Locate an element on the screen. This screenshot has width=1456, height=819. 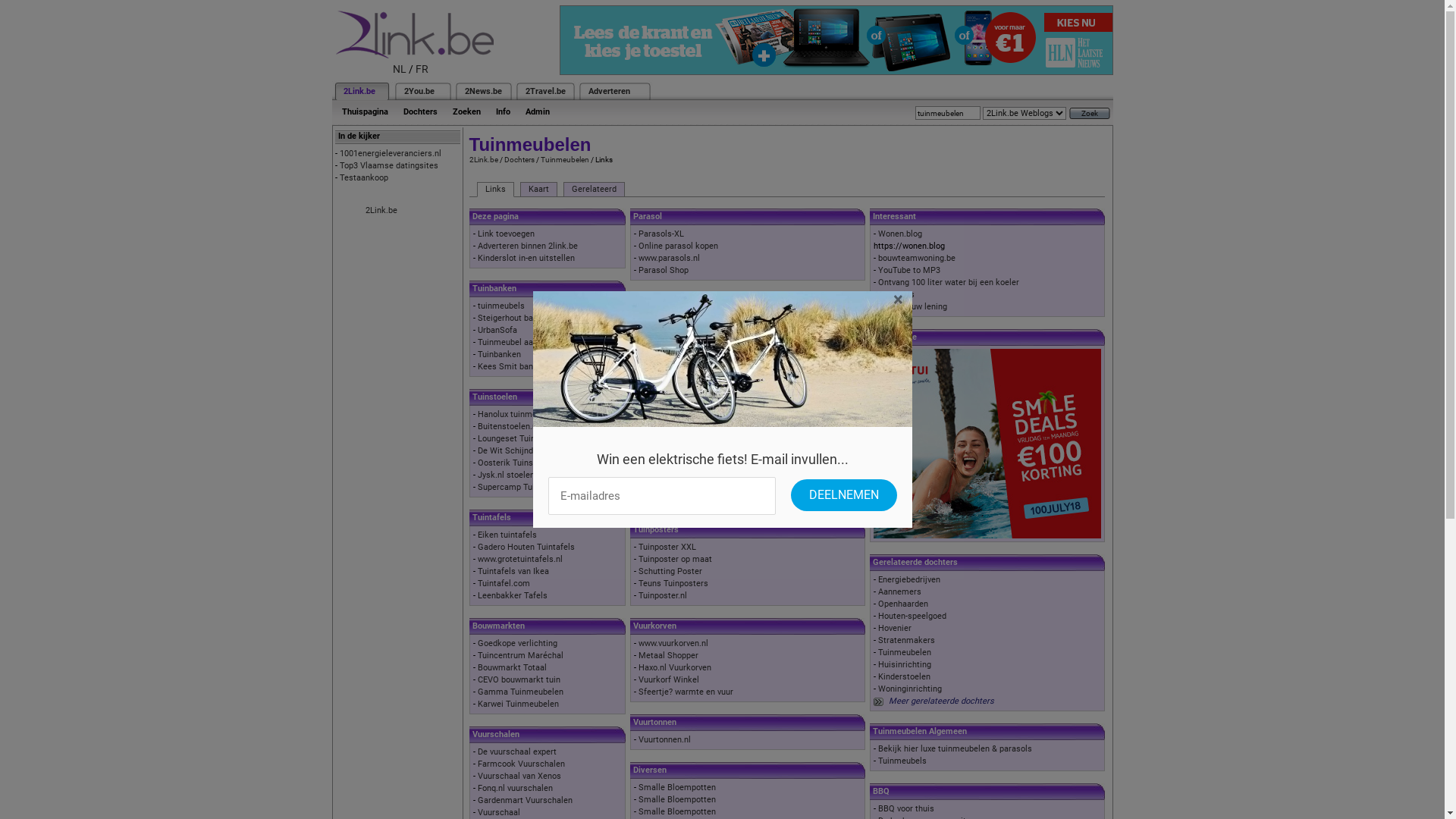
'www.parasols.nl' is located at coordinates (668, 257).